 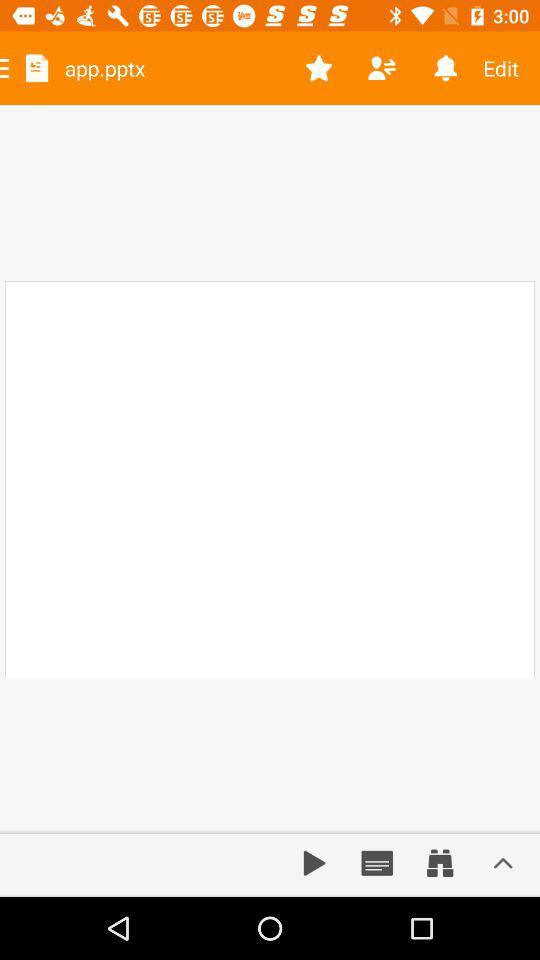 What do you see at coordinates (314, 862) in the screenshot?
I see `next` at bounding box center [314, 862].